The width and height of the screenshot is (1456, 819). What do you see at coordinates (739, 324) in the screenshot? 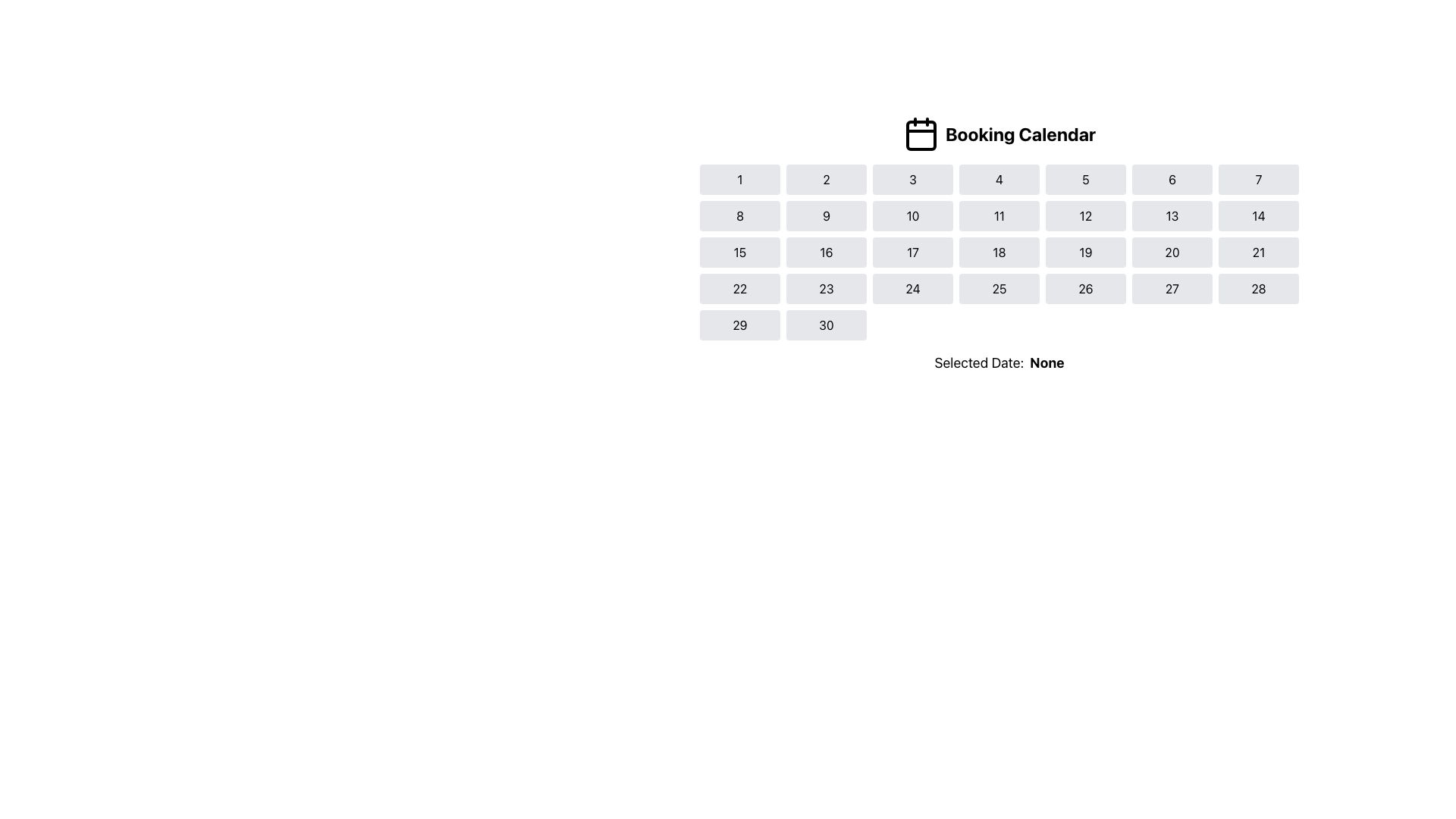
I see `the button labeled '29'` at bounding box center [739, 324].